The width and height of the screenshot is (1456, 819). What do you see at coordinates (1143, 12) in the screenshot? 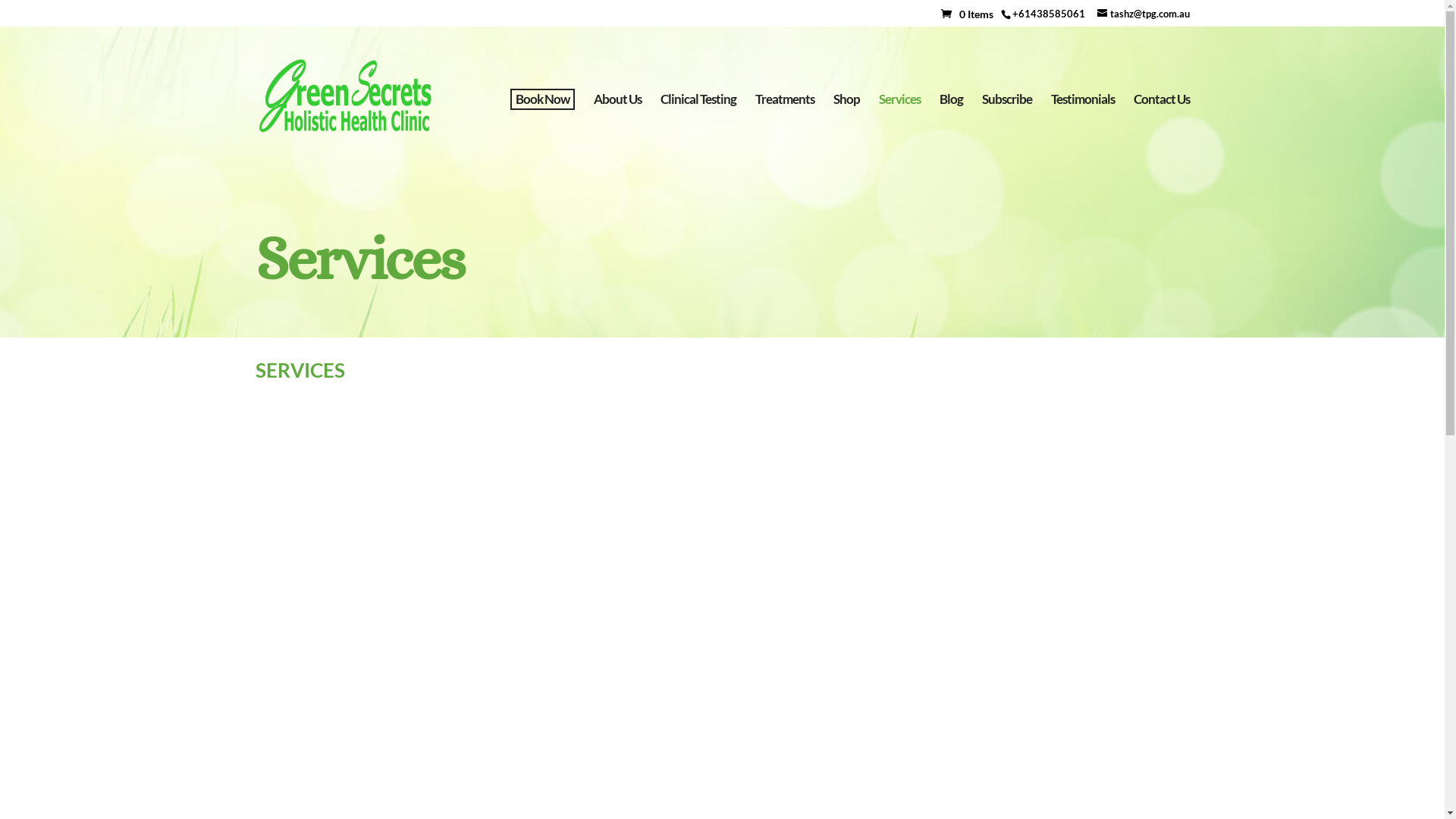
I see `'tashz@tpg.com.au'` at bounding box center [1143, 12].